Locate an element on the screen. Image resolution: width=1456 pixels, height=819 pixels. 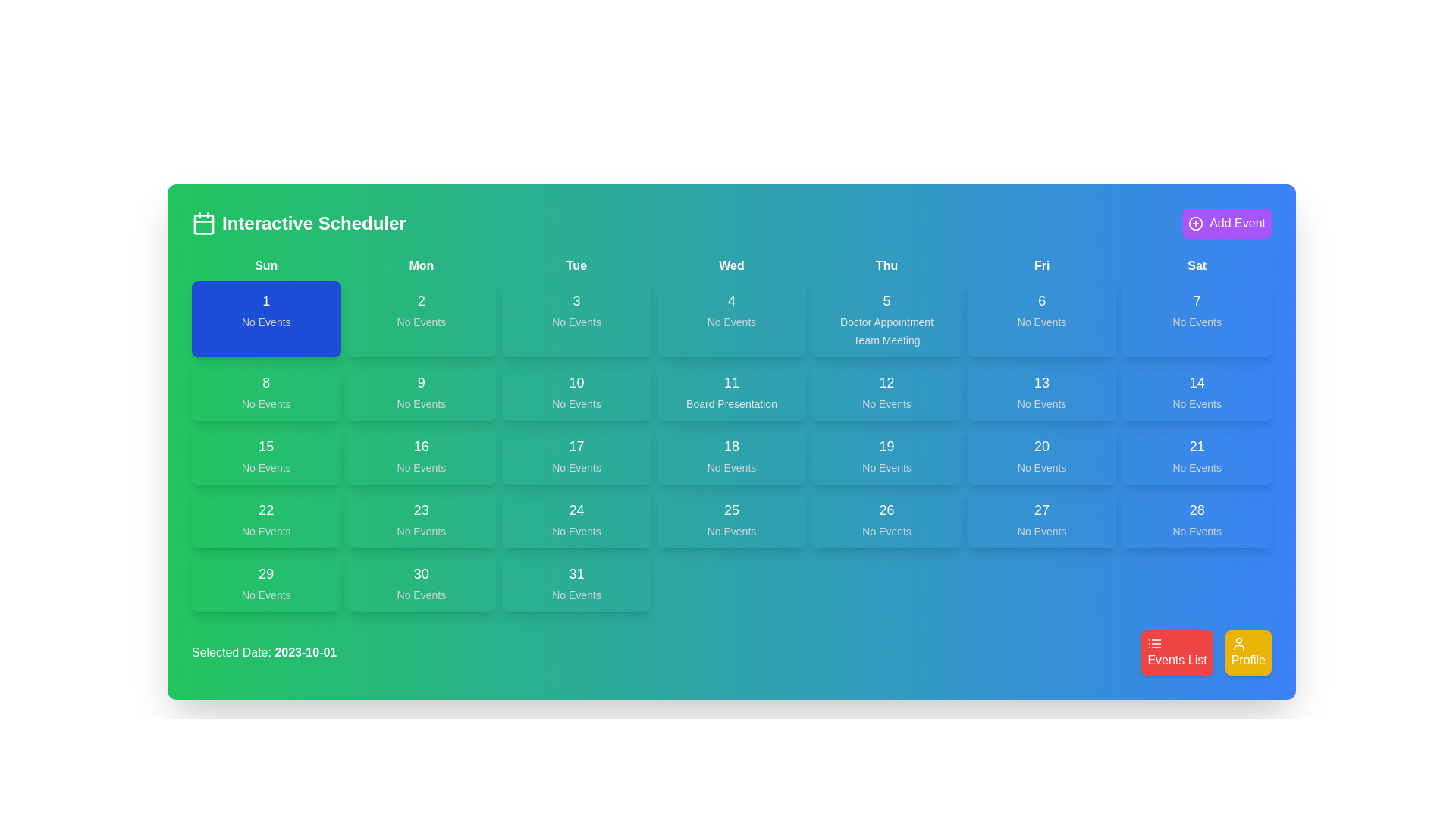
the calendar day block displaying '26' is located at coordinates (886, 519).